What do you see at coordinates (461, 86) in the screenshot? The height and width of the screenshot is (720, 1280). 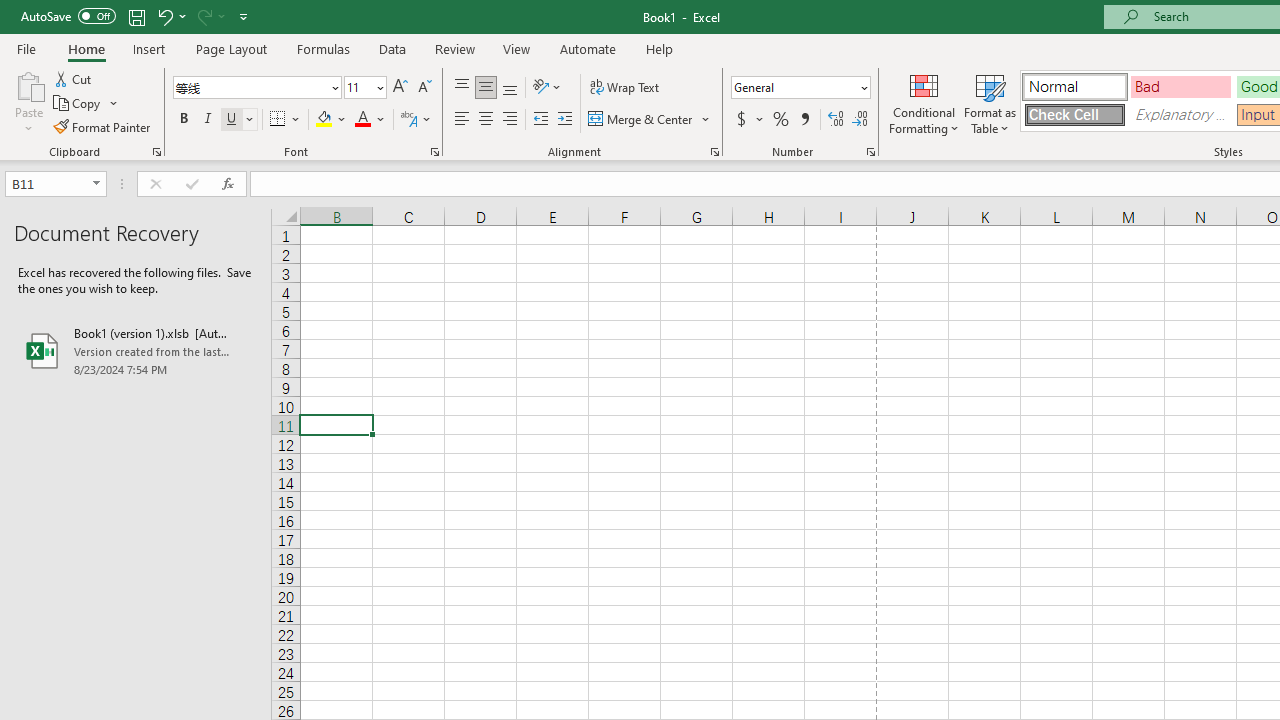 I see `'Top Align'` at bounding box center [461, 86].